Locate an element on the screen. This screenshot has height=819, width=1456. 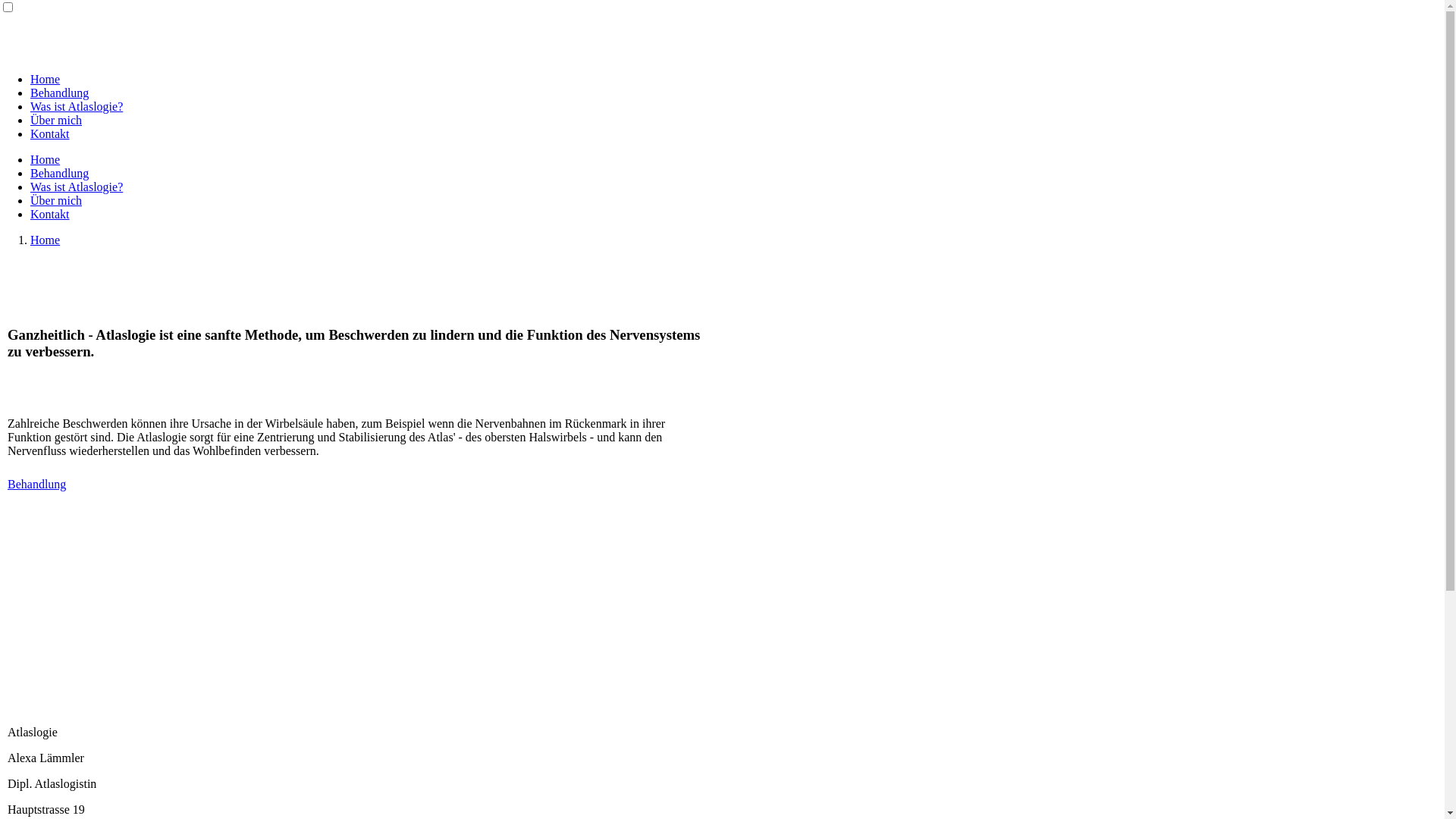
'Kontakt' is located at coordinates (50, 133).